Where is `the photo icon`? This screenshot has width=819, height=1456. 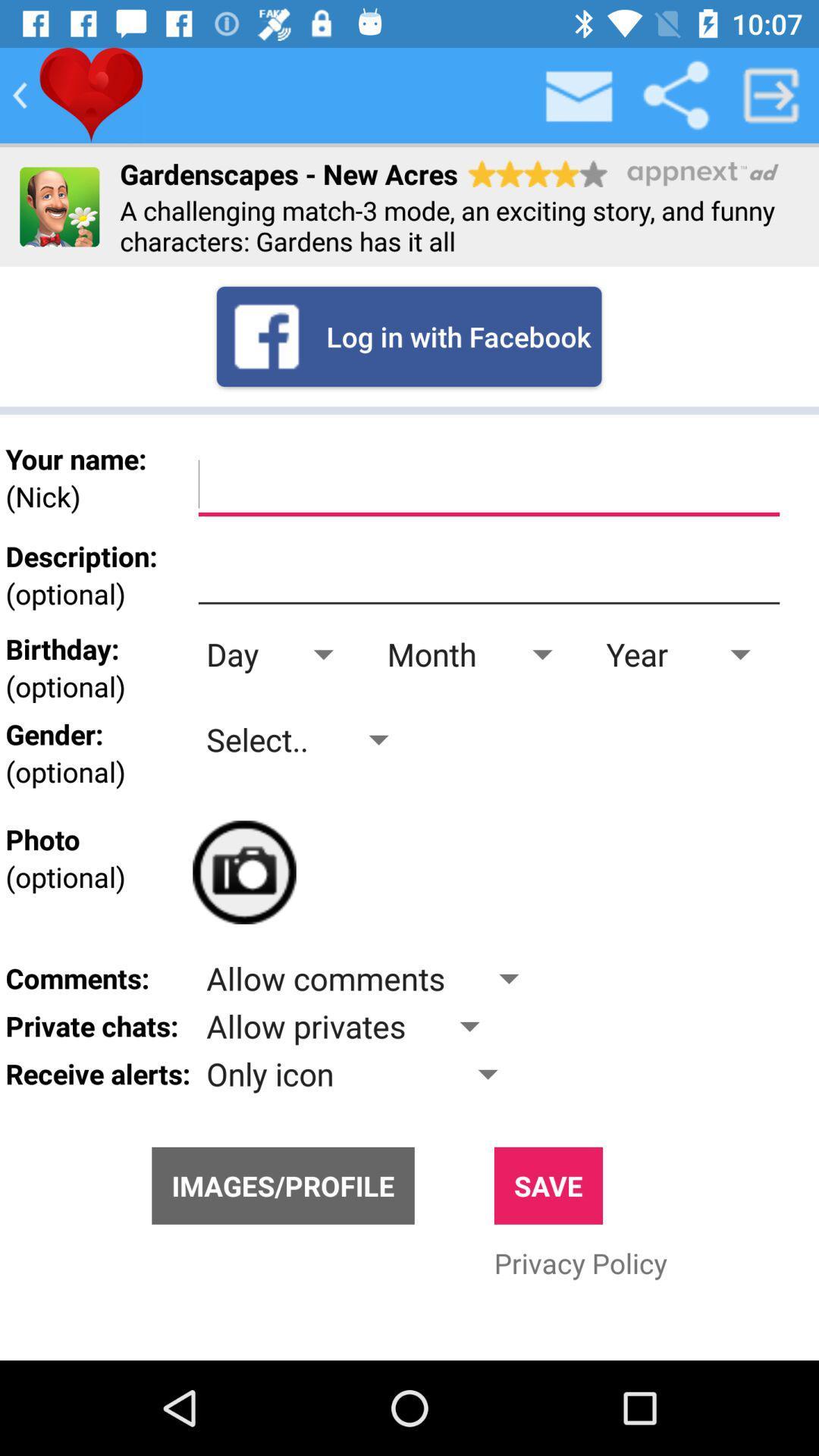
the photo icon is located at coordinates (243, 872).